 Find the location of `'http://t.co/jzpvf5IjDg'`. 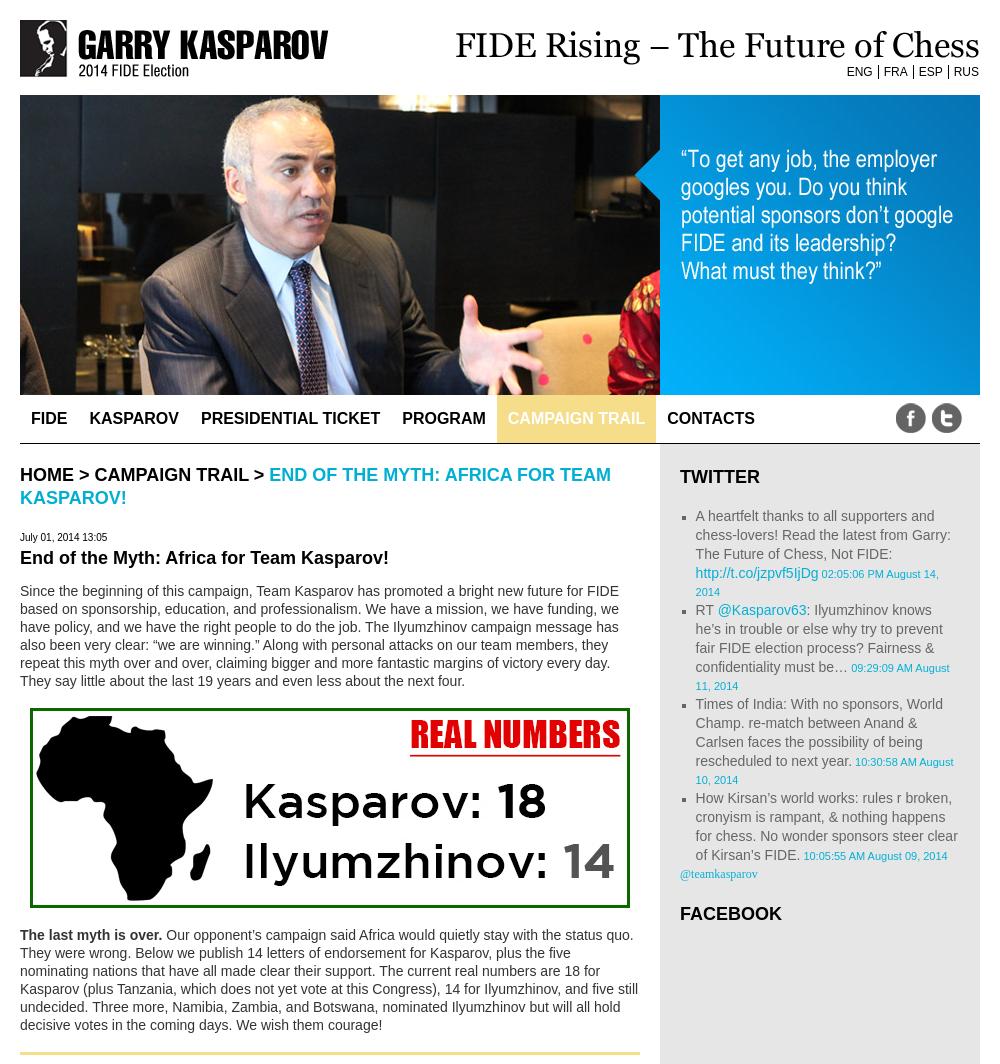

'http://t.co/jzpvf5IjDg' is located at coordinates (756, 572).